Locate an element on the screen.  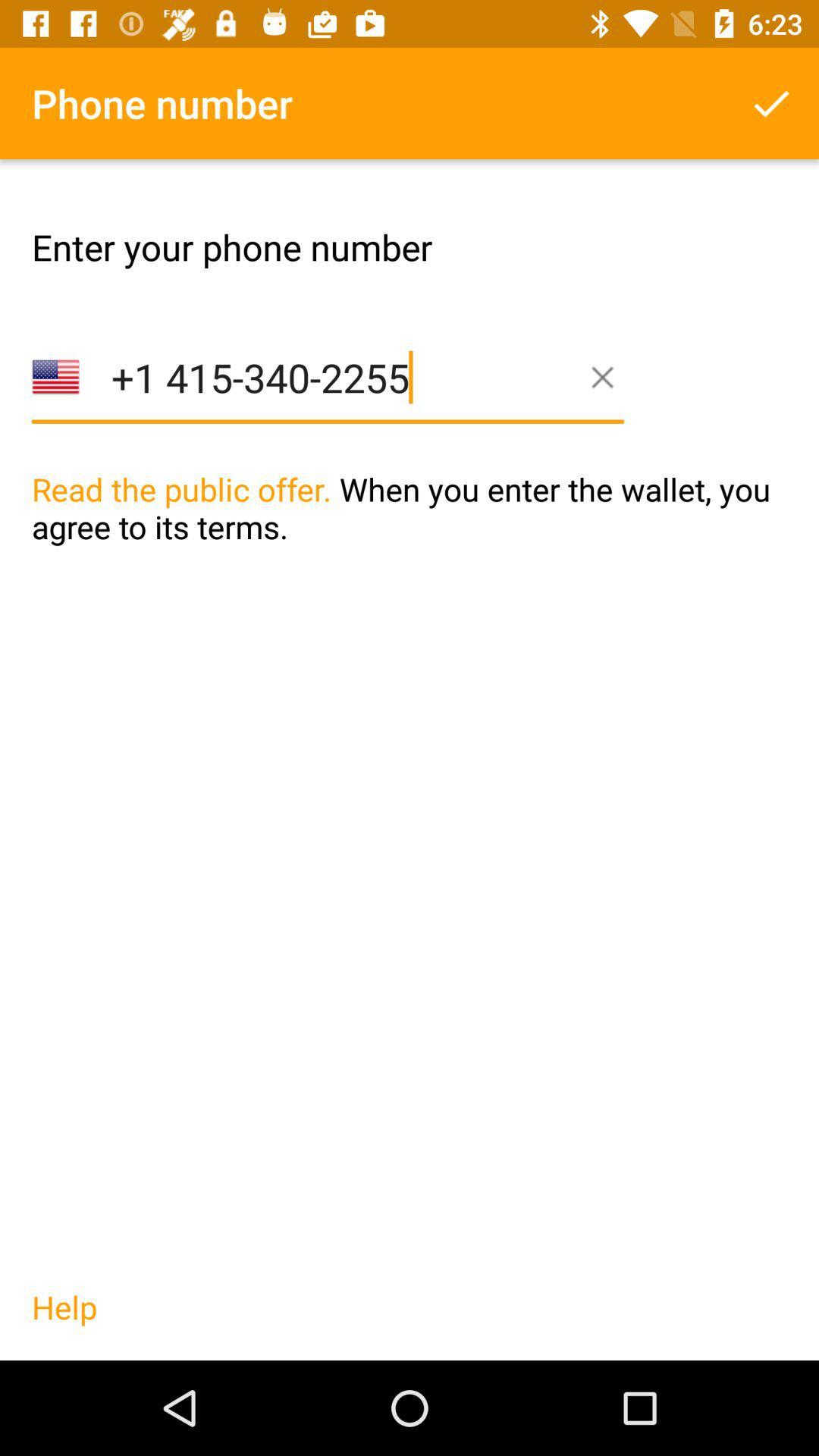
phone number is located at coordinates (771, 102).